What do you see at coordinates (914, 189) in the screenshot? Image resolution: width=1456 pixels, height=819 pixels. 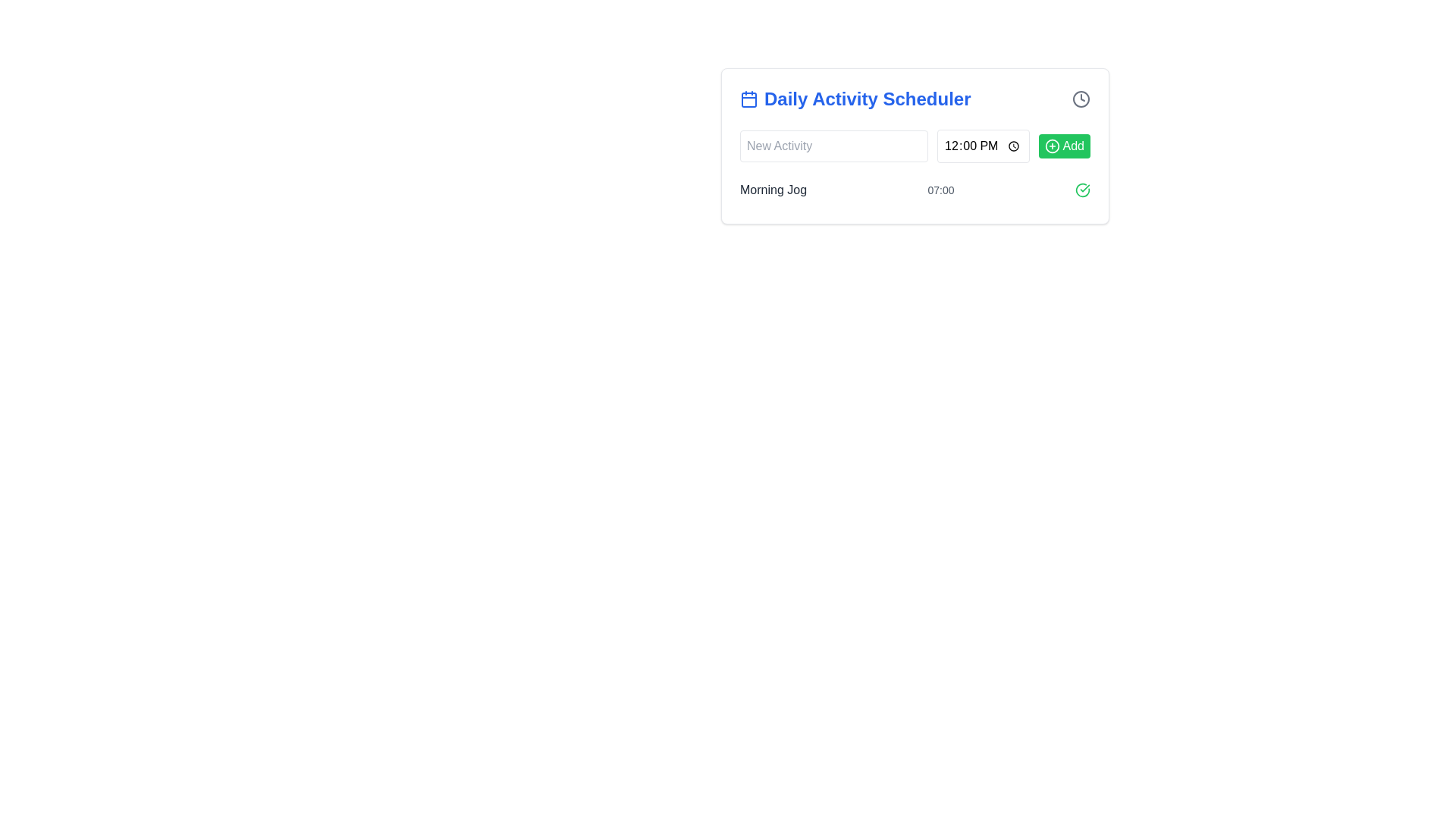 I see `the 'Morning Jog' activity rowed list item with completion indicator` at bounding box center [914, 189].